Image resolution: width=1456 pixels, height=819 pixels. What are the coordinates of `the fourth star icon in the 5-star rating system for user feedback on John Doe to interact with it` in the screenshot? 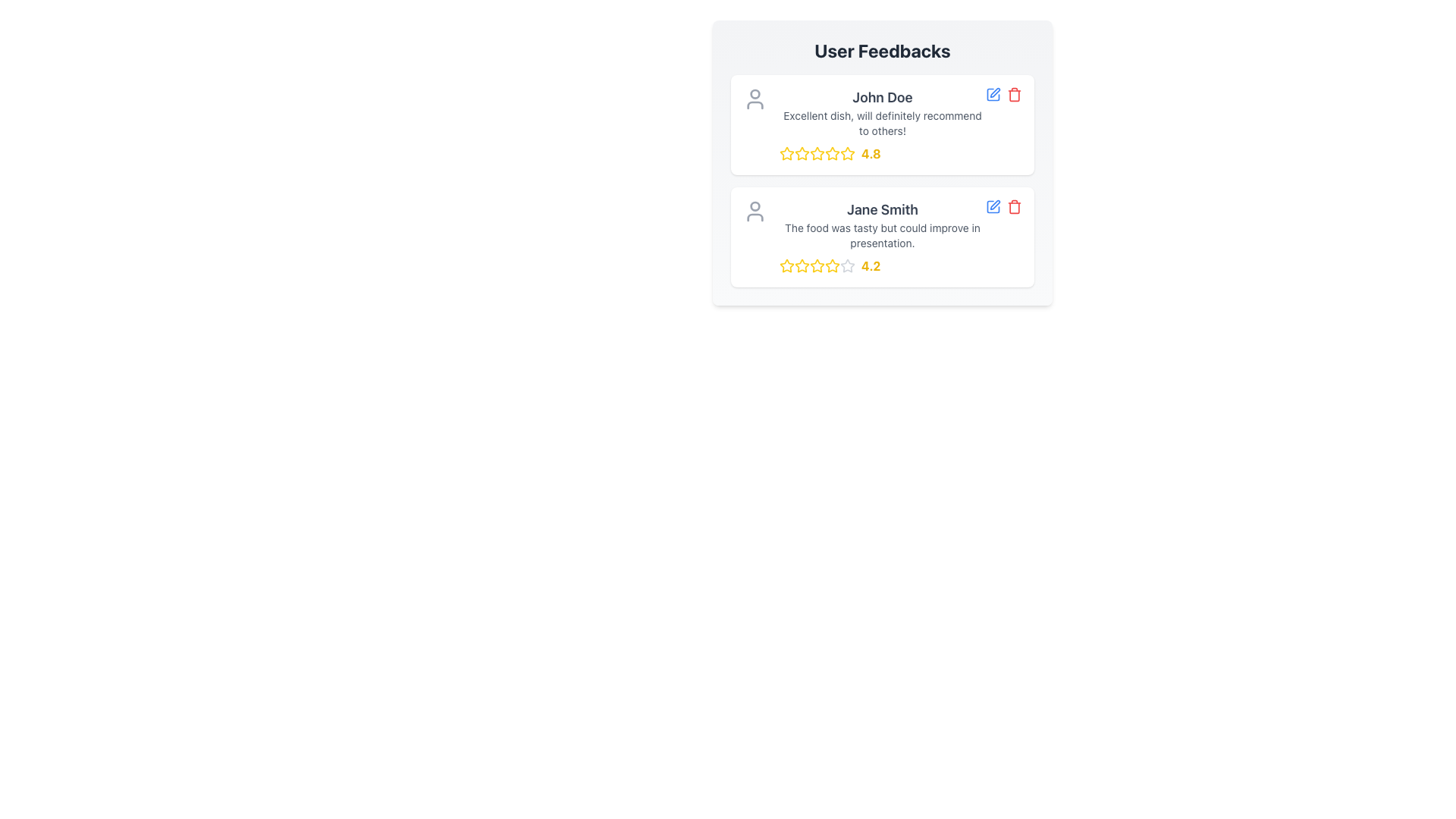 It's located at (846, 152).